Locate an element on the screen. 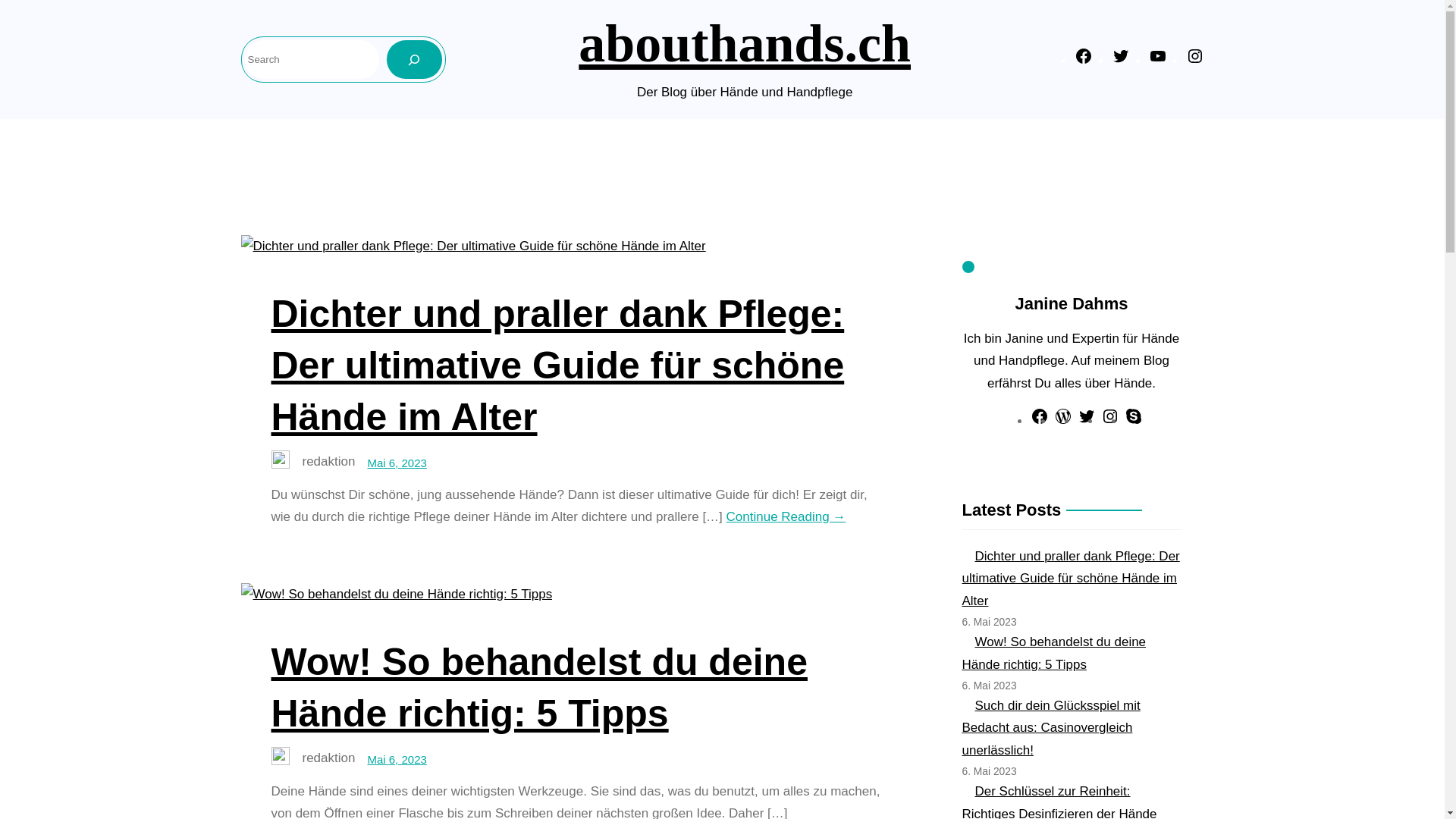 The width and height of the screenshot is (1456, 819). 'Twitter' is located at coordinates (1121, 60).